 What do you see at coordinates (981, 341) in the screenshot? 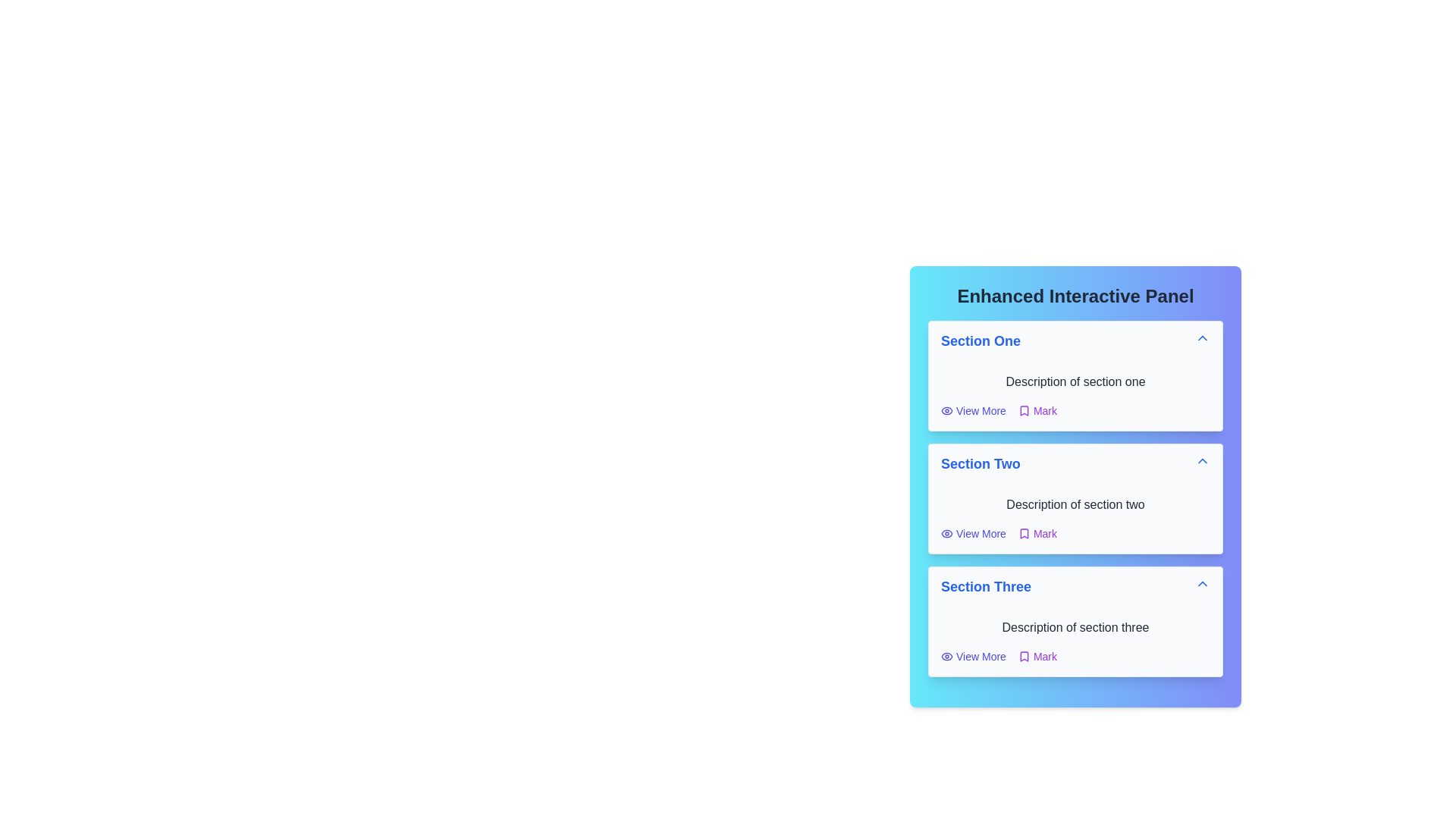
I see `the text label displaying 'Section One' styled in blue at the top of the card layout` at bounding box center [981, 341].